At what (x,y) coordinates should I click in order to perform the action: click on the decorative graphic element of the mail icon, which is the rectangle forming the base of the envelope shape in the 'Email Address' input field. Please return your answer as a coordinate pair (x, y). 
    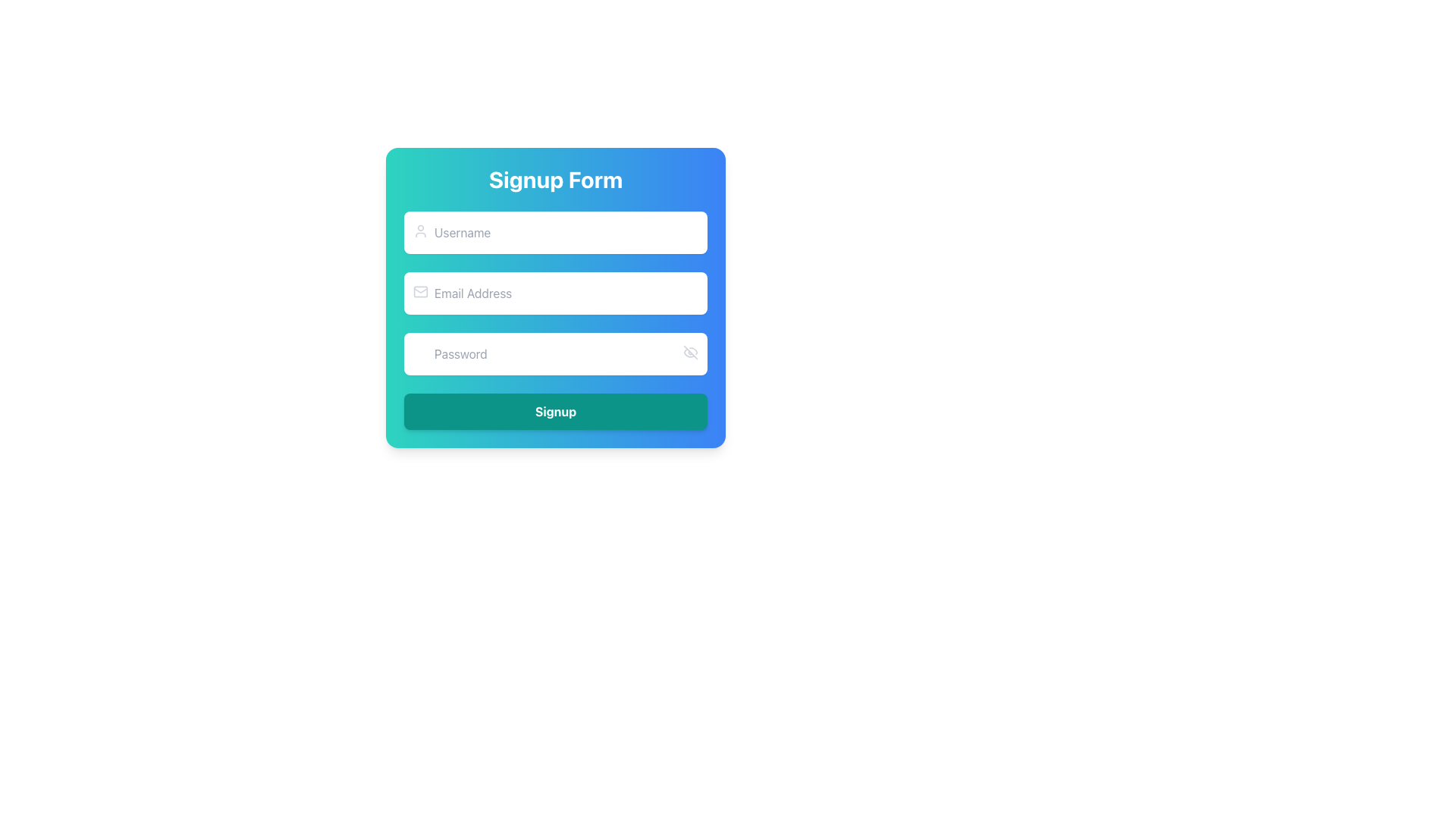
    Looking at the image, I should click on (421, 292).